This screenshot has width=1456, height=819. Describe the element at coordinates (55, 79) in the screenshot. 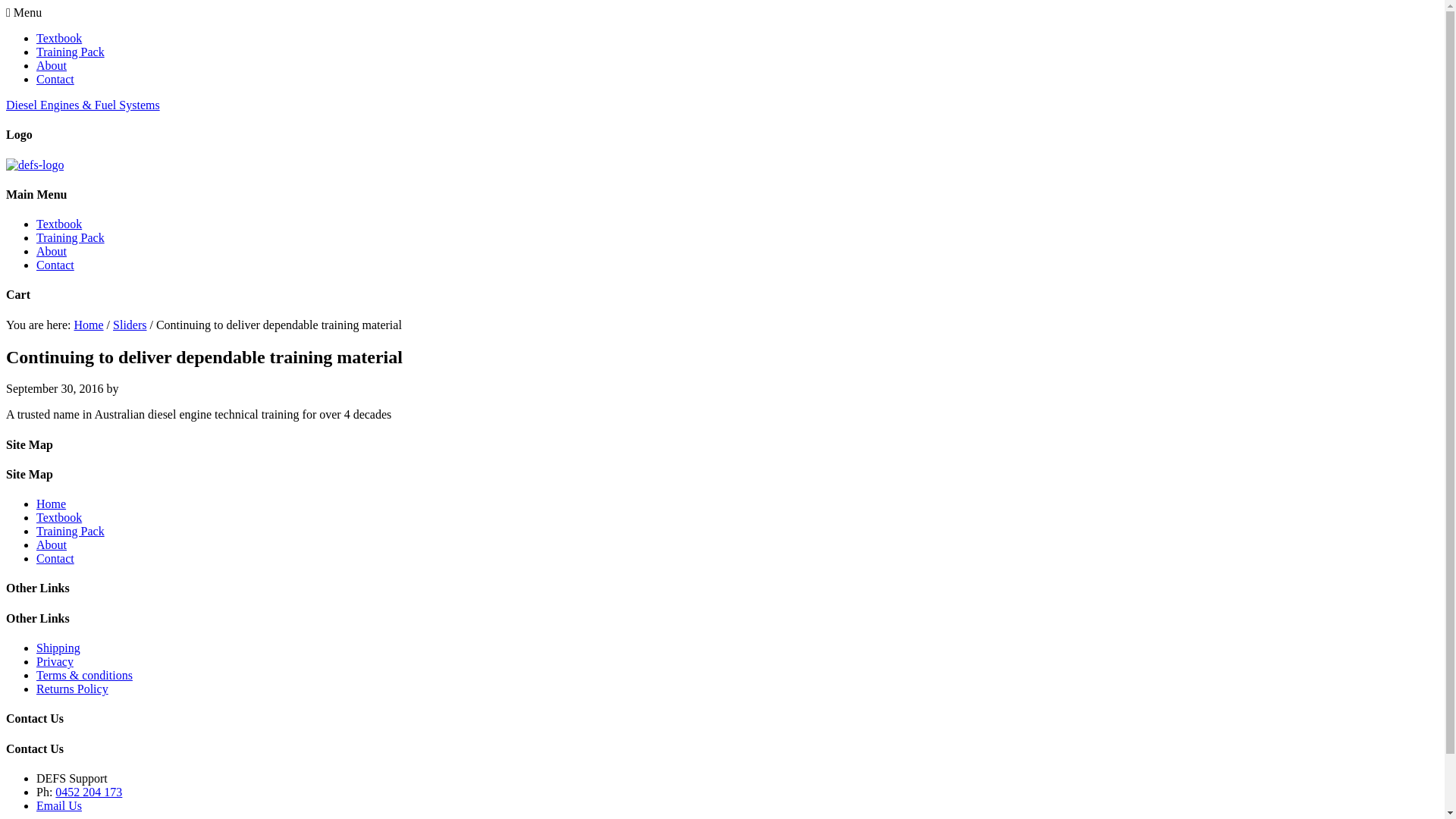

I see `'Contact'` at that location.